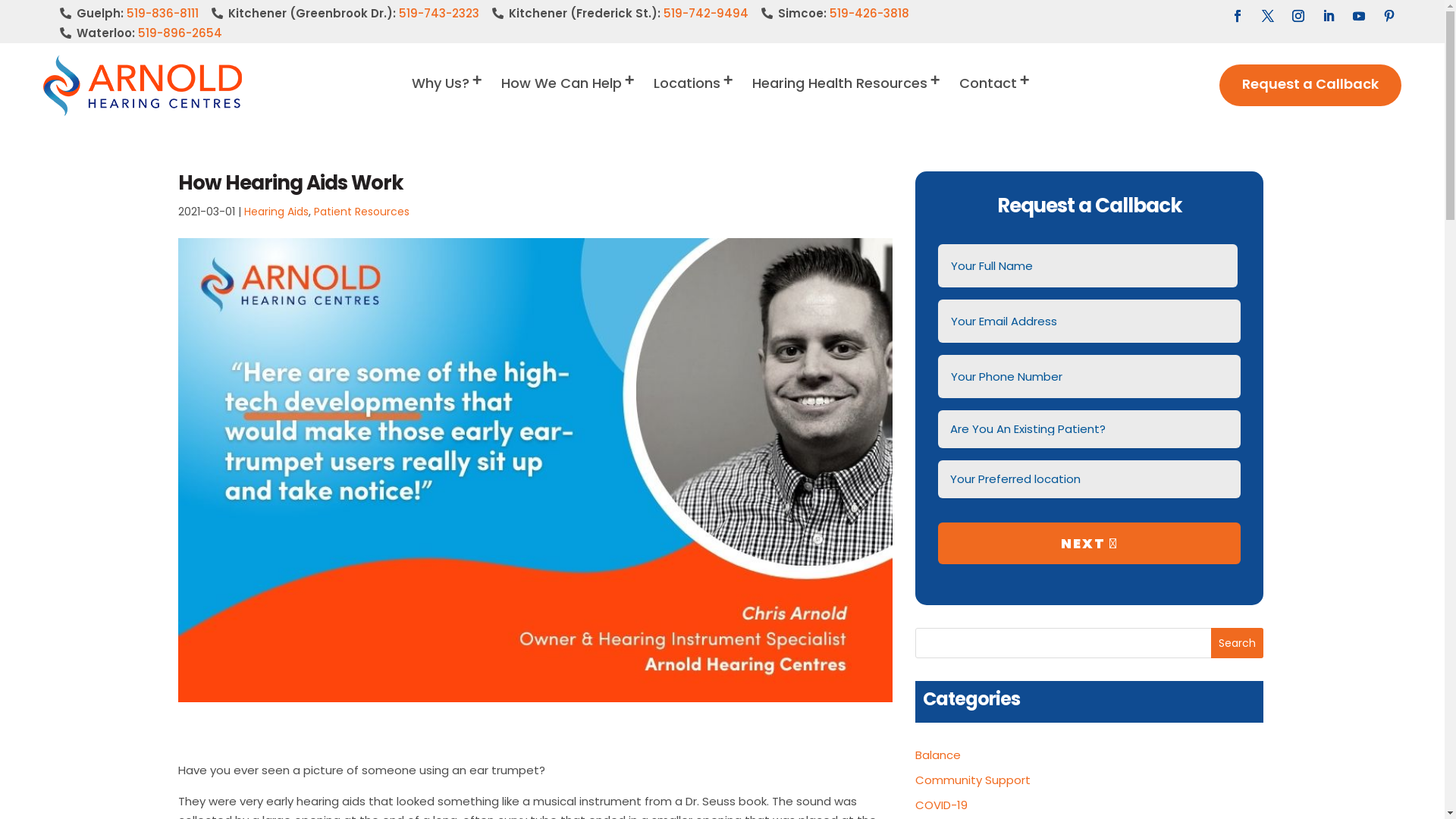  Describe the element at coordinates (1316, 15) in the screenshot. I see `'Follow on LinkedIn'` at that location.